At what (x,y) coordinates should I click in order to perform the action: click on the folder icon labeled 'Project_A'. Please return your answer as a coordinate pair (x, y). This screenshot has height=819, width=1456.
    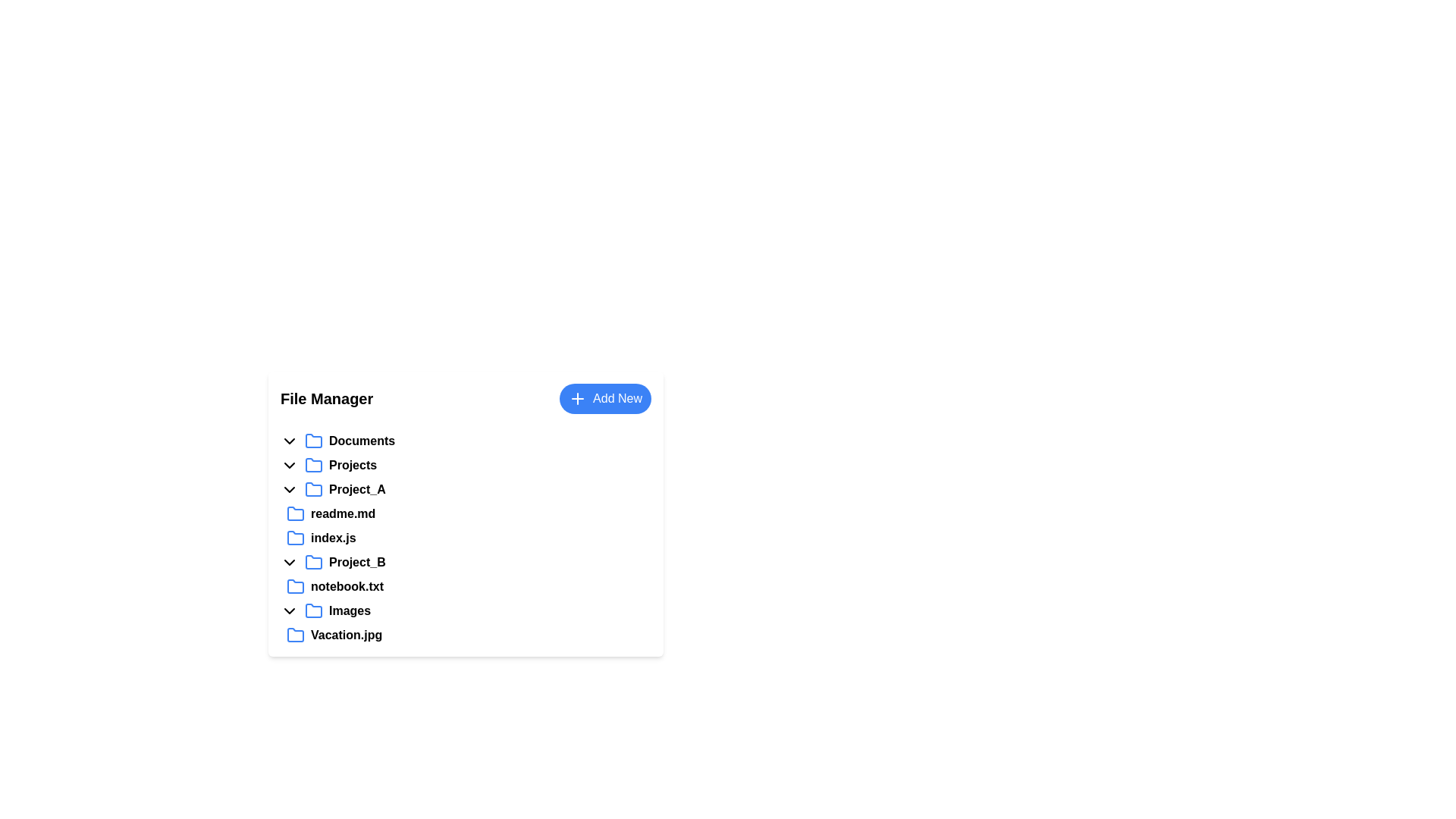
    Looking at the image, I should click on (295, 513).